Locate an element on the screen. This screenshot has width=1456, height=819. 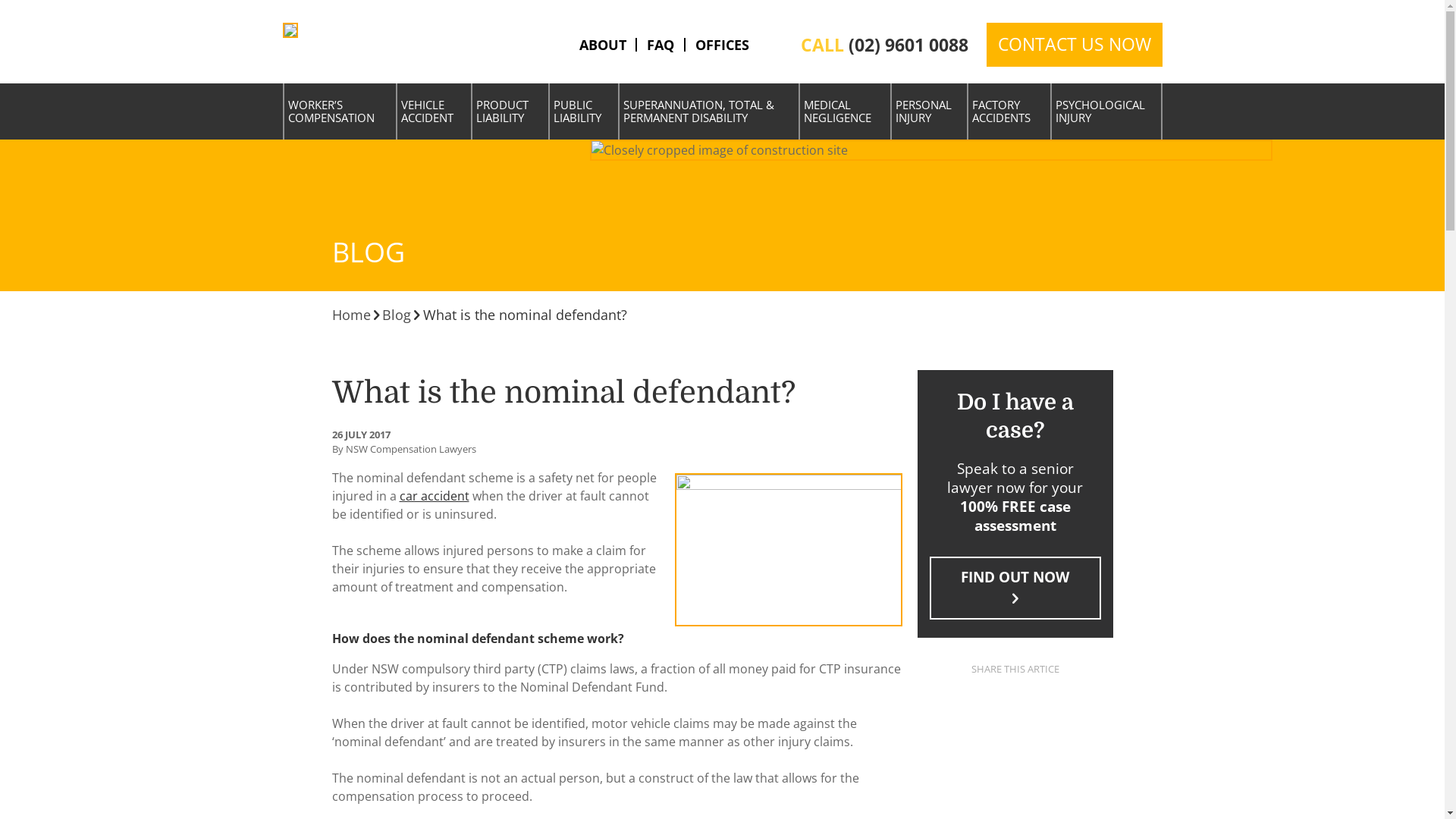
'ABOUT' is located at coordinates (602, 43).